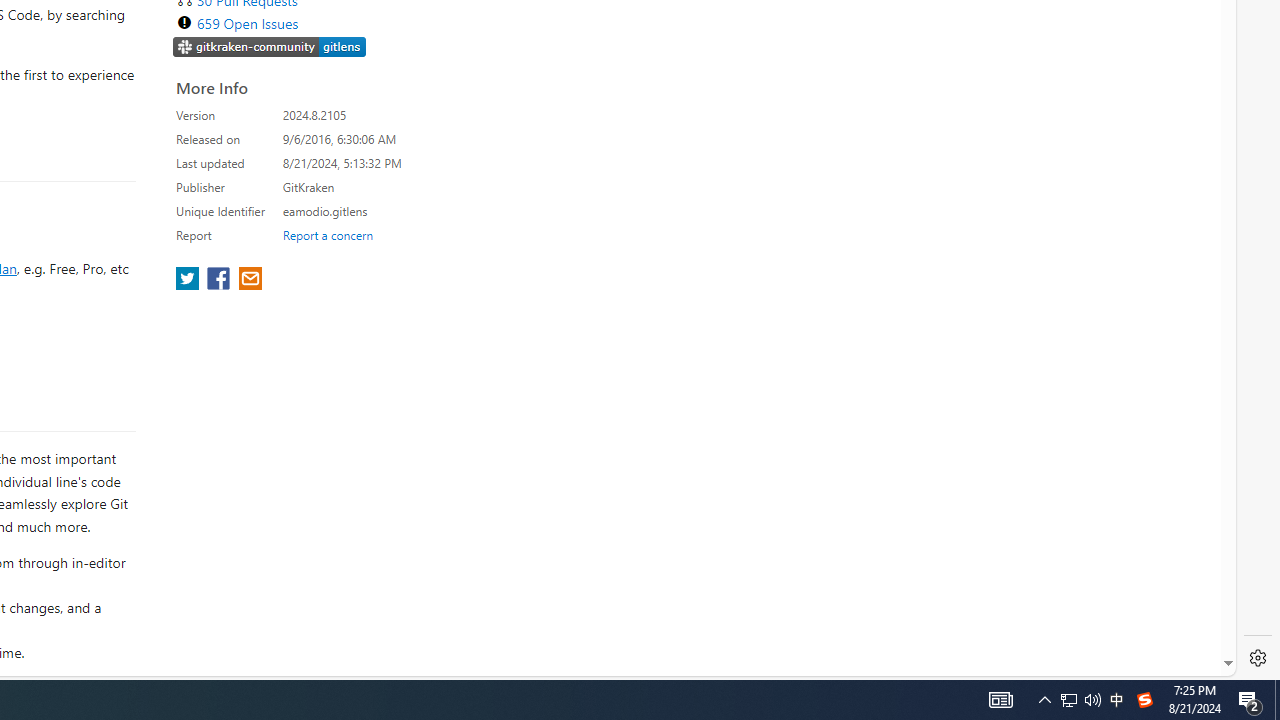  What do you see at coordinates (269, 47) in the screenshot?
I see `'https://slack.gitkraken.com//'` at bounding box center [269, 47].